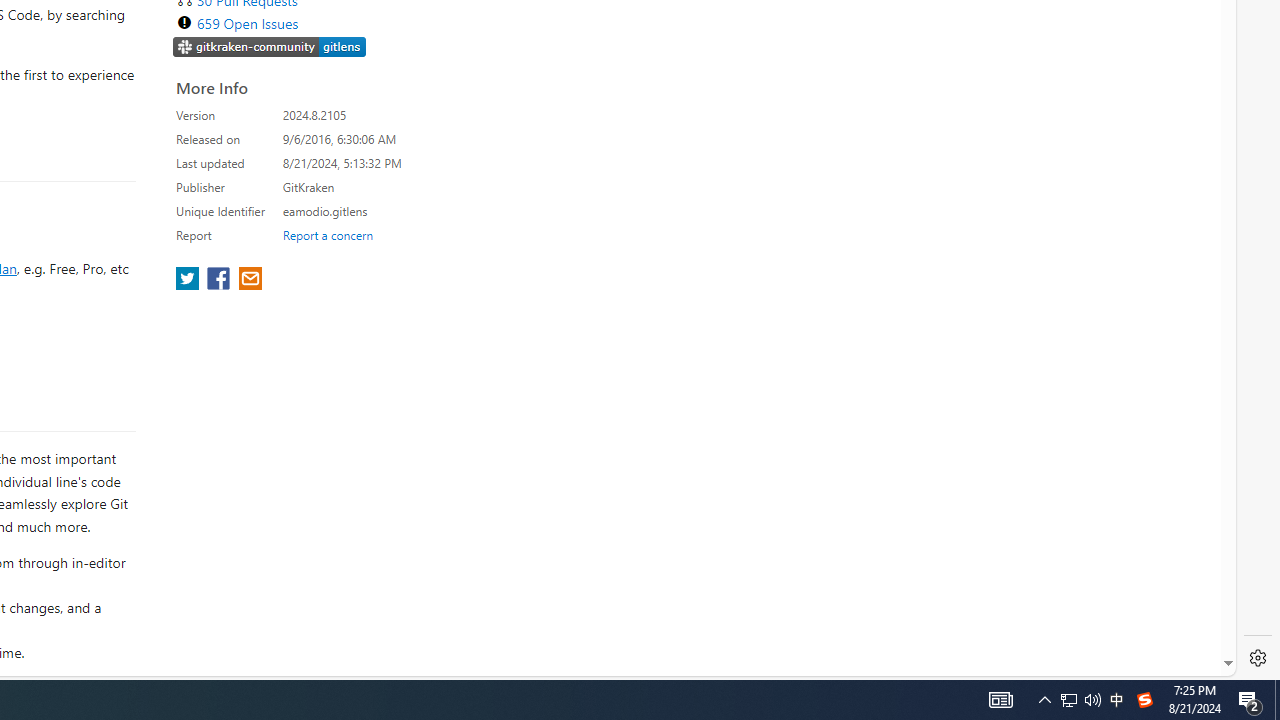  What do you see at coordinates (269, 47) in the screenshot?
I see `'https://slack.gitkraken.com//'` at bounding box center [269, 47].